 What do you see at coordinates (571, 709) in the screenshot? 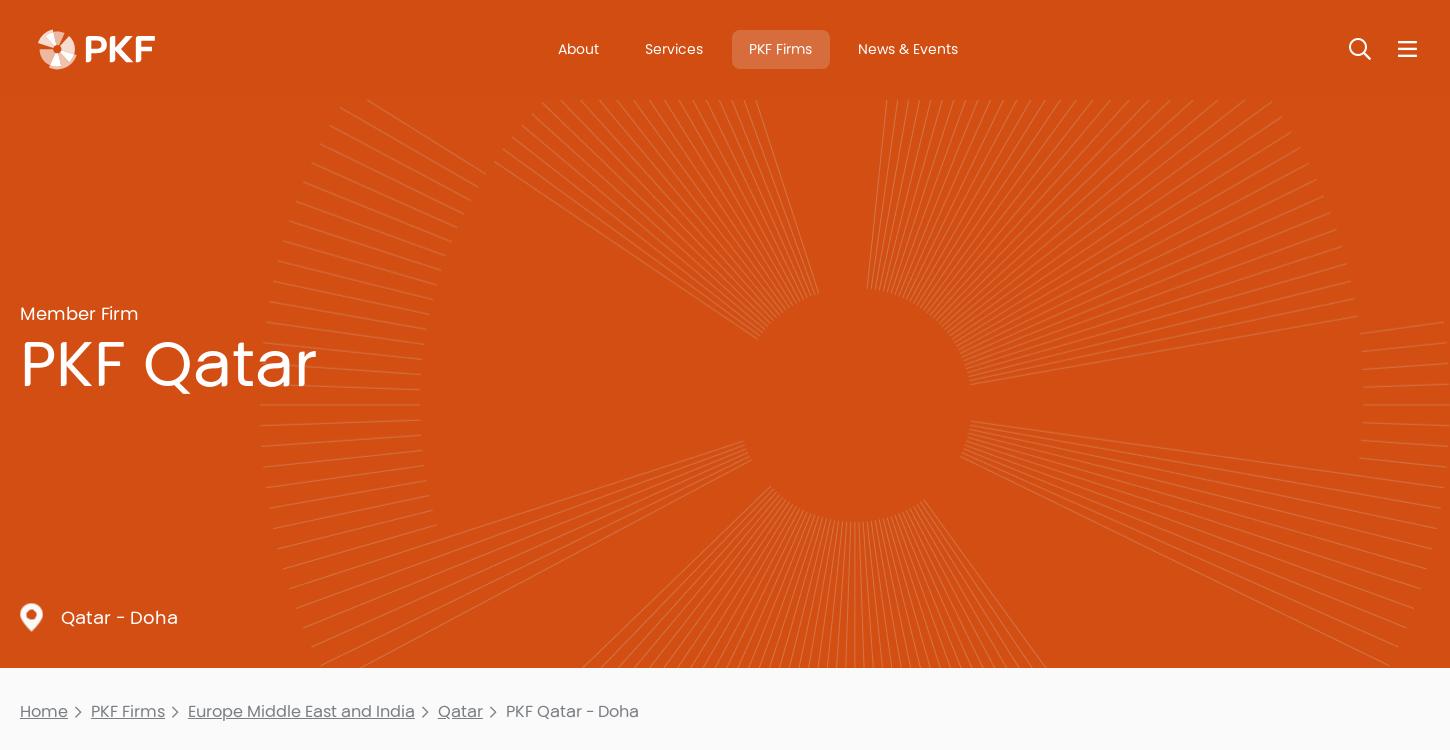
I see `'PKF Qatar - Doha'` at bounding box center [571, 709].